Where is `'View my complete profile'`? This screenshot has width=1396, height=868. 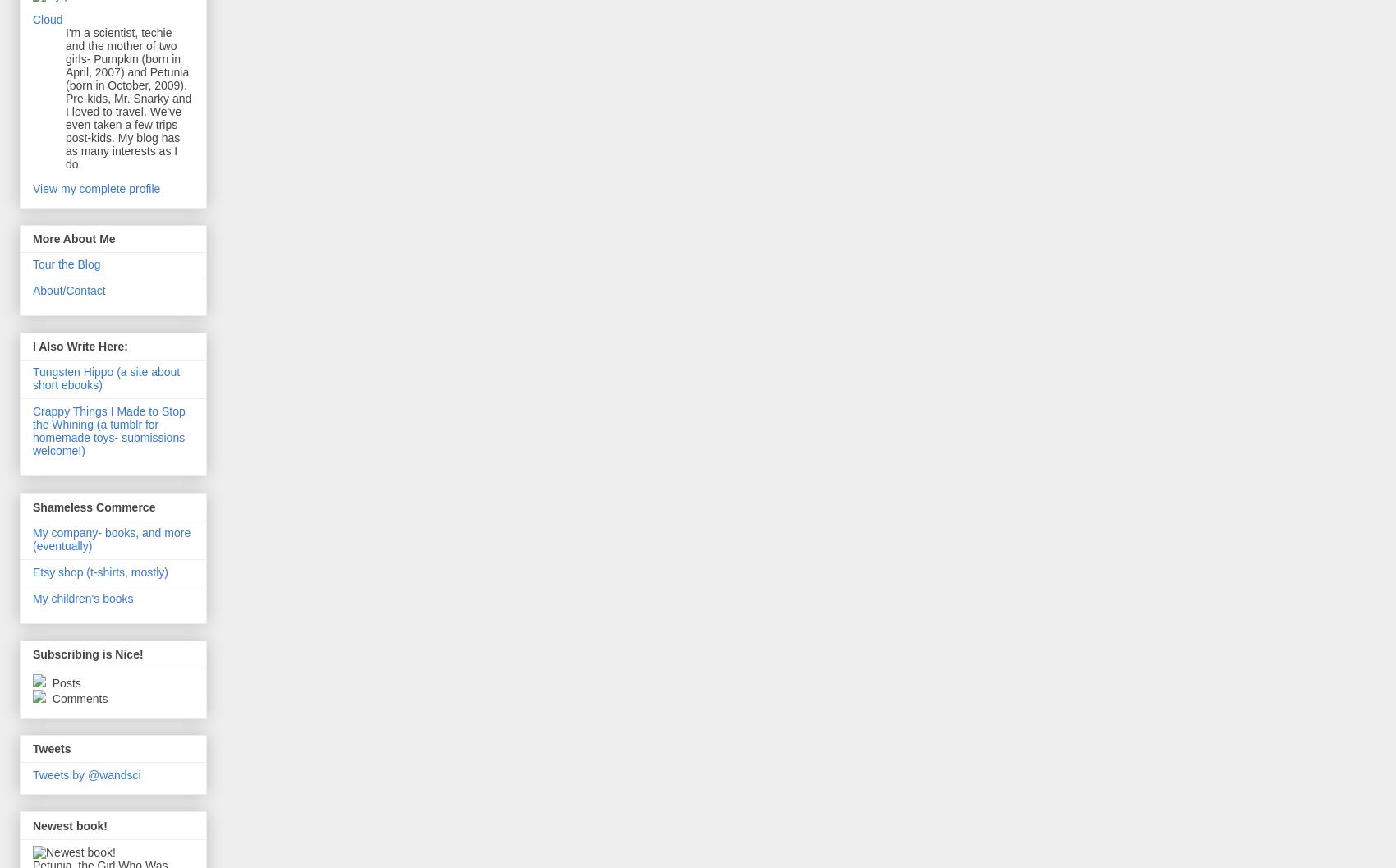 'View my complete profile' is located at coordinates (95, 187).